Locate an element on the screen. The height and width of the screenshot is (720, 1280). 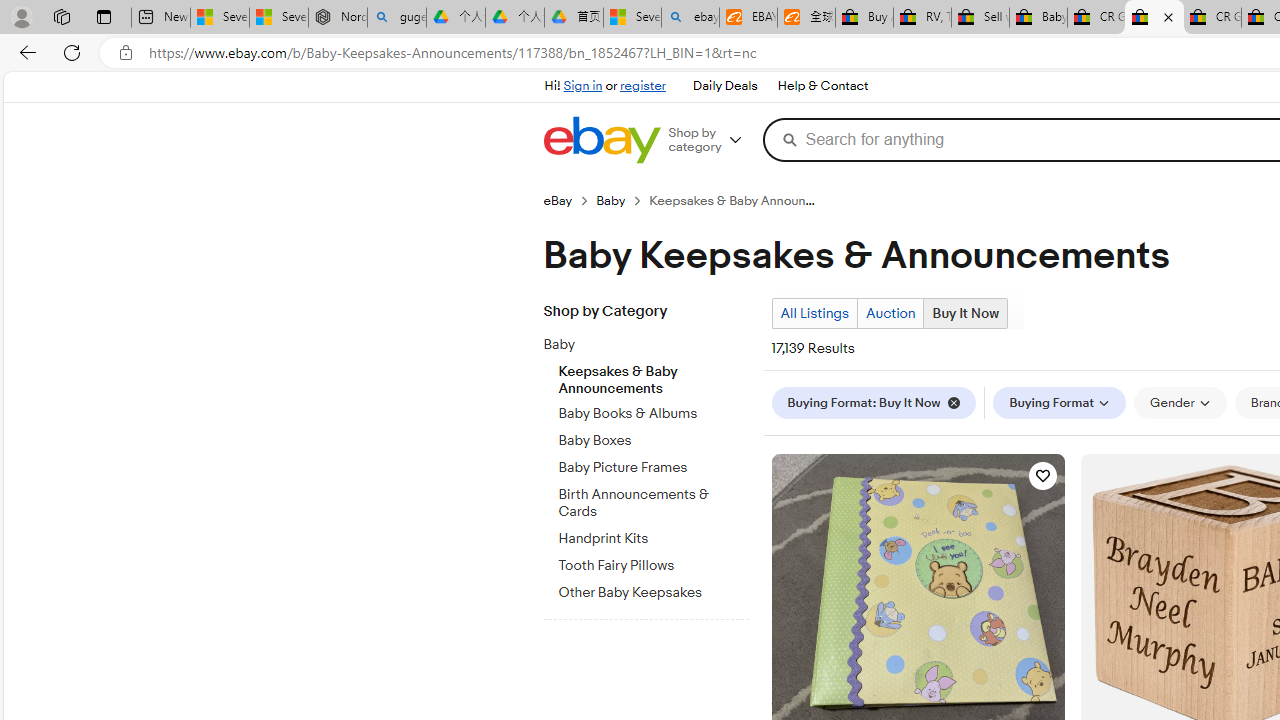
'Gender' is located at coordinates (1180, 403).